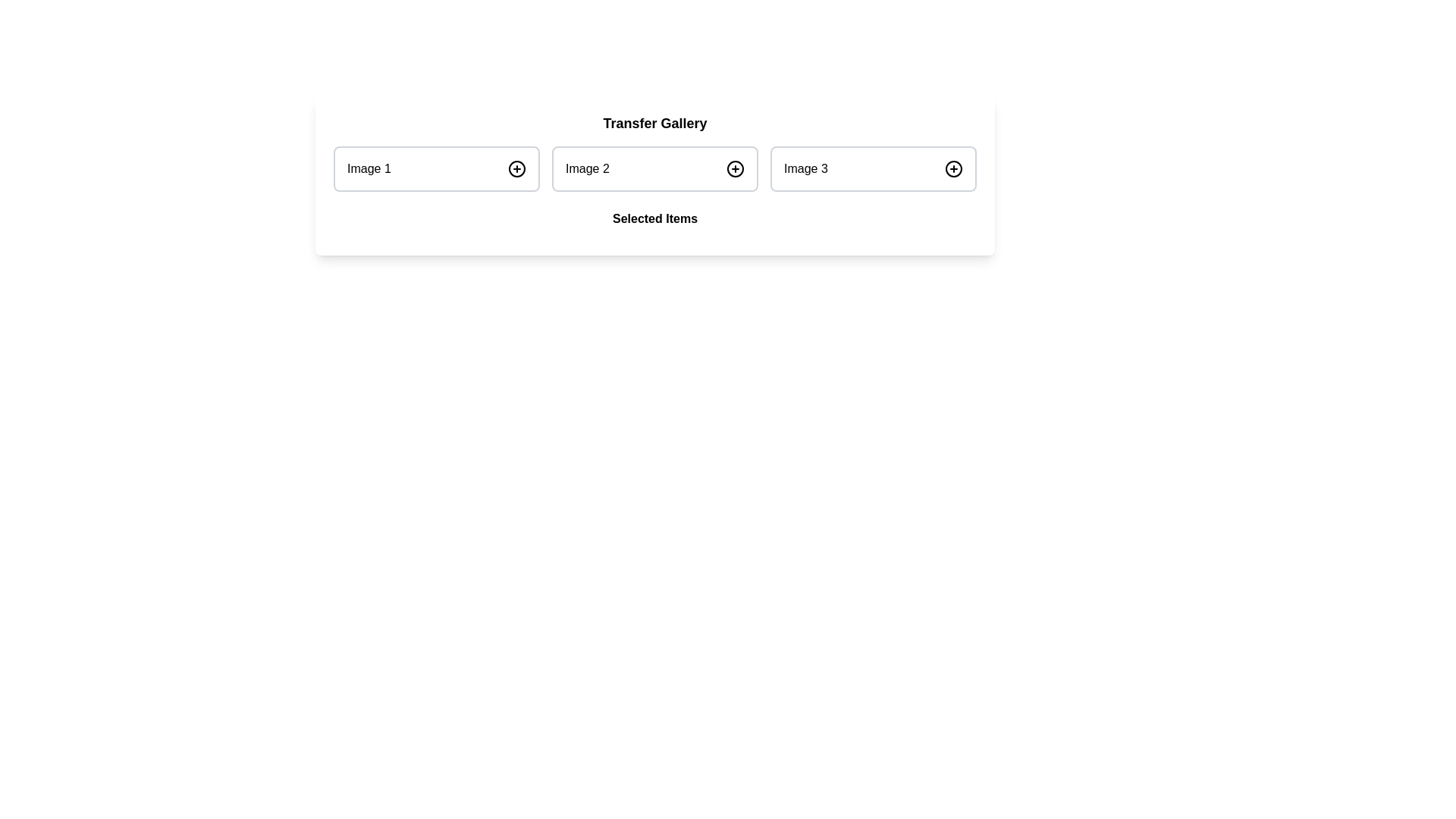 The height and width of the screenshot is (819, 1456). What do you see at coordinates (516, 169) in the screenshot?
I see `the circular button with a plus symbol located to the right of the text 'Image 1'` at bounding box center [516, 169].